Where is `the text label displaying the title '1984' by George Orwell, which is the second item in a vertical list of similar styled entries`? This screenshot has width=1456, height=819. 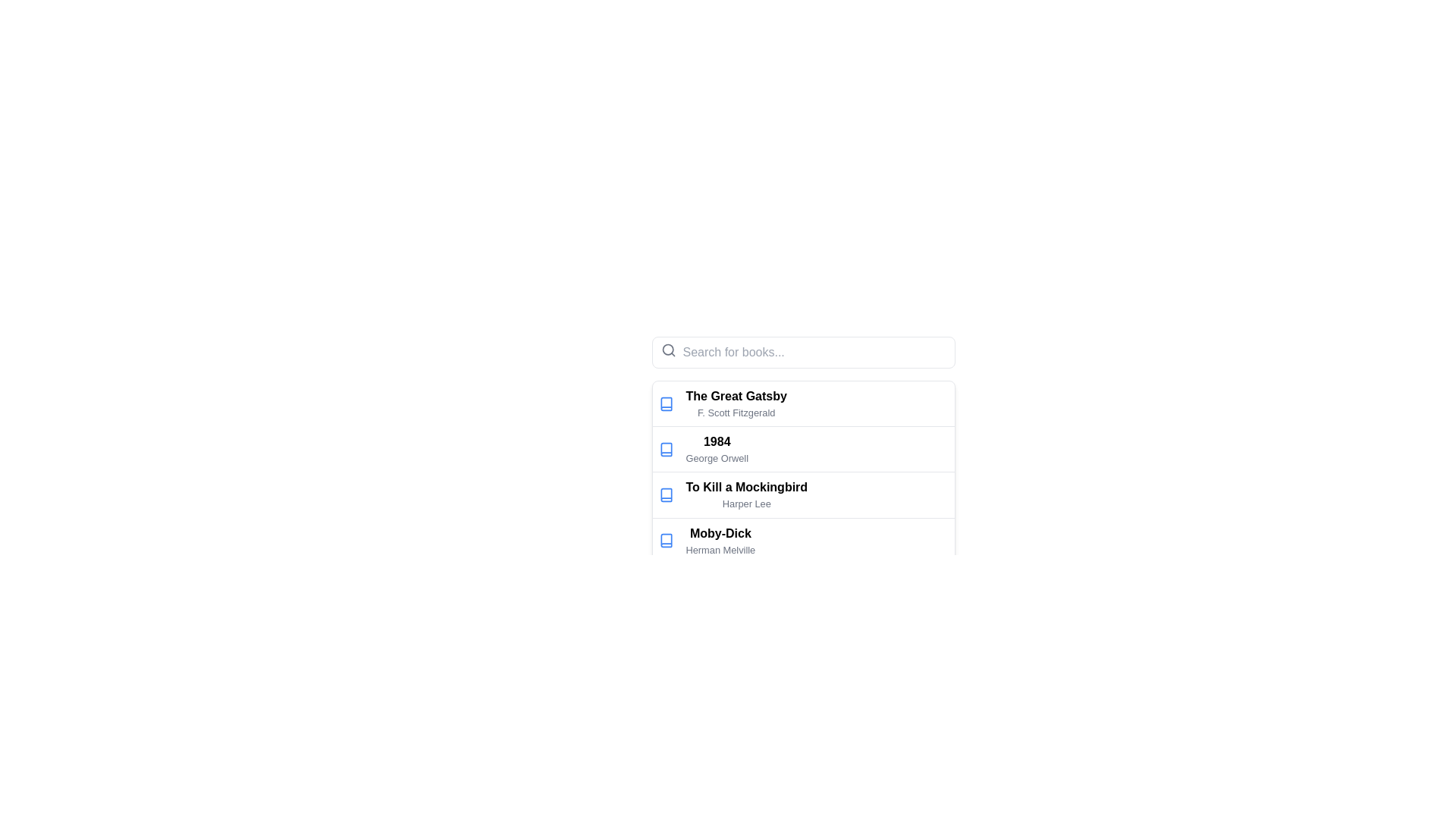
the text label displaying the title '1984' by George Orwell, which is the second item in a vertical list of similar styled entries is located at coordinates (716, 448).